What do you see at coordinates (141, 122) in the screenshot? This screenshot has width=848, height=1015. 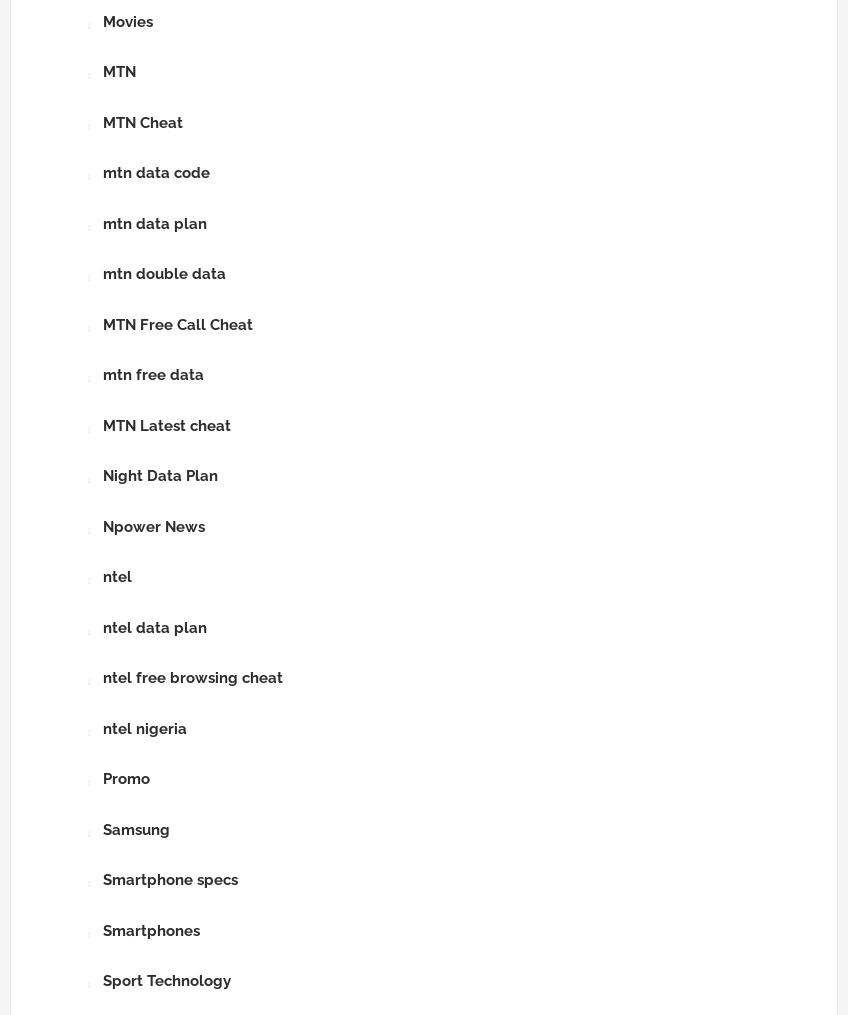 I see `'MTN Cheat'` at bounding box center [141, 122].